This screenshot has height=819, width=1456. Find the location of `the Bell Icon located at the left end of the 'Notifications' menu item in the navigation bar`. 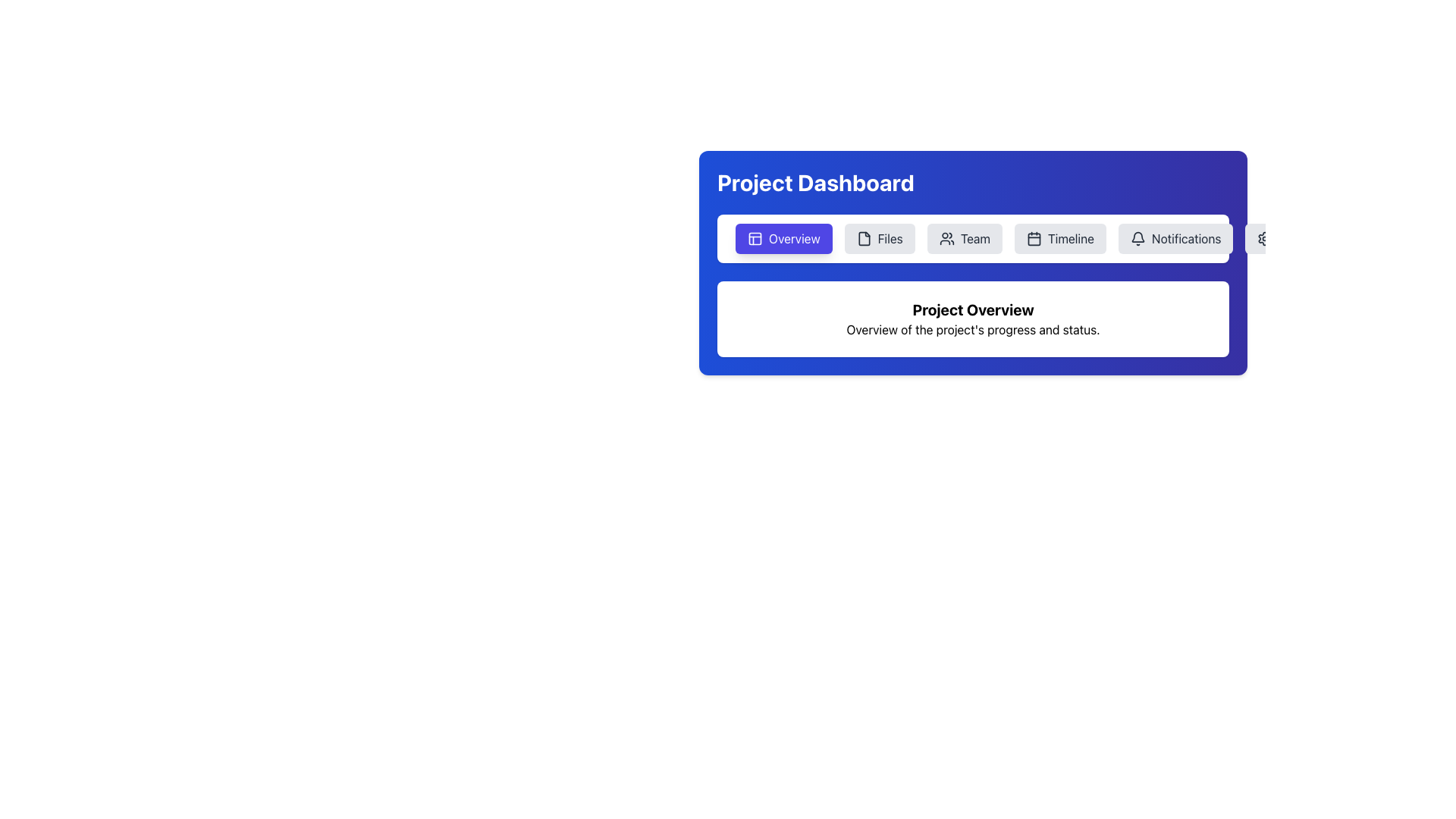

the Bell Icon located at the left end of the 'Notifications' menu item in the navigation bar is located at coordinates (1138, 239).